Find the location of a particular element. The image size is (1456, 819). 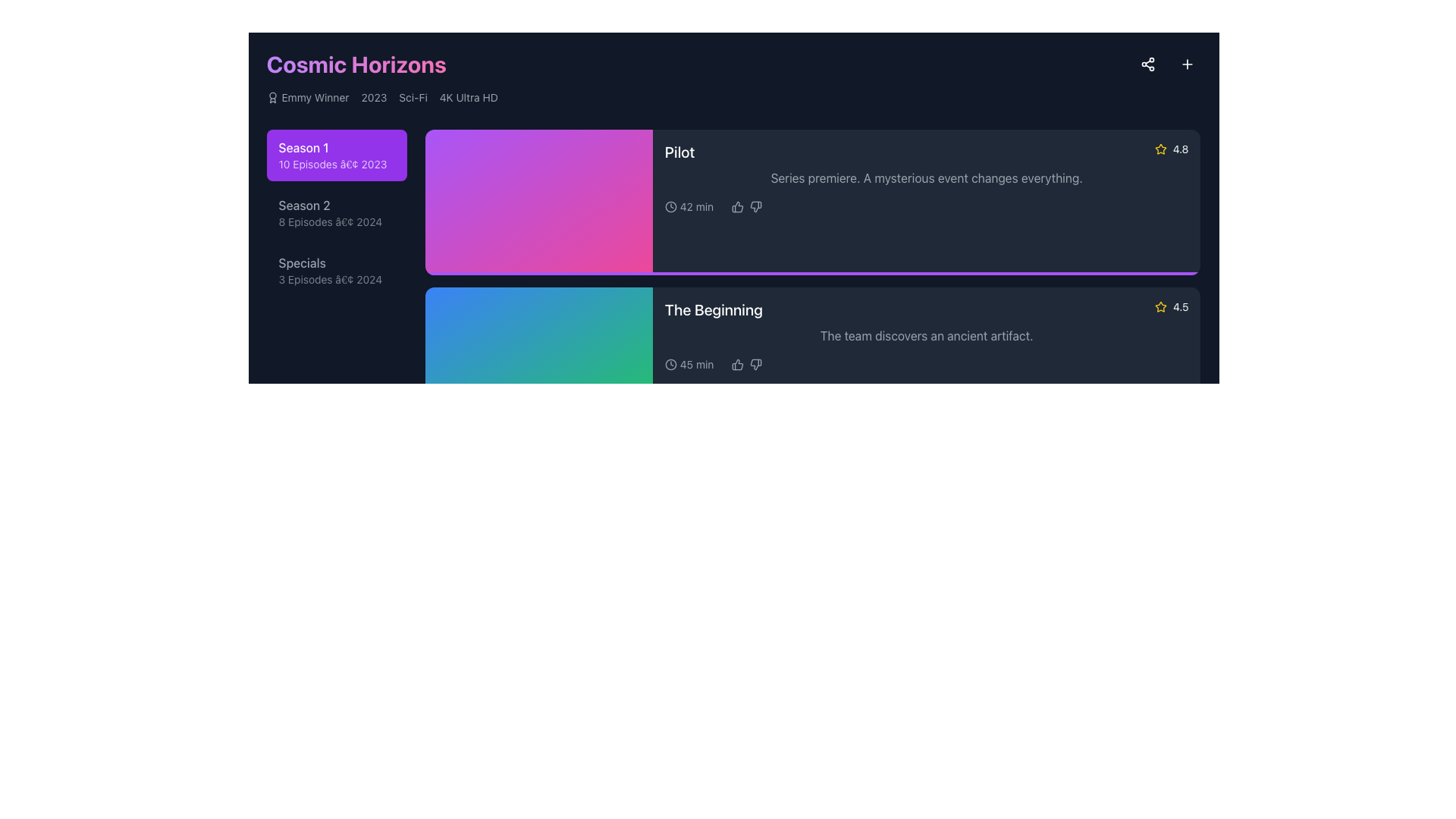

the thumbs-down icon button, which is styled gray but turns red when hovered over, located below the title 'The Beginning' as the second icon in a horizontal list is located at coordinates (756, 522).